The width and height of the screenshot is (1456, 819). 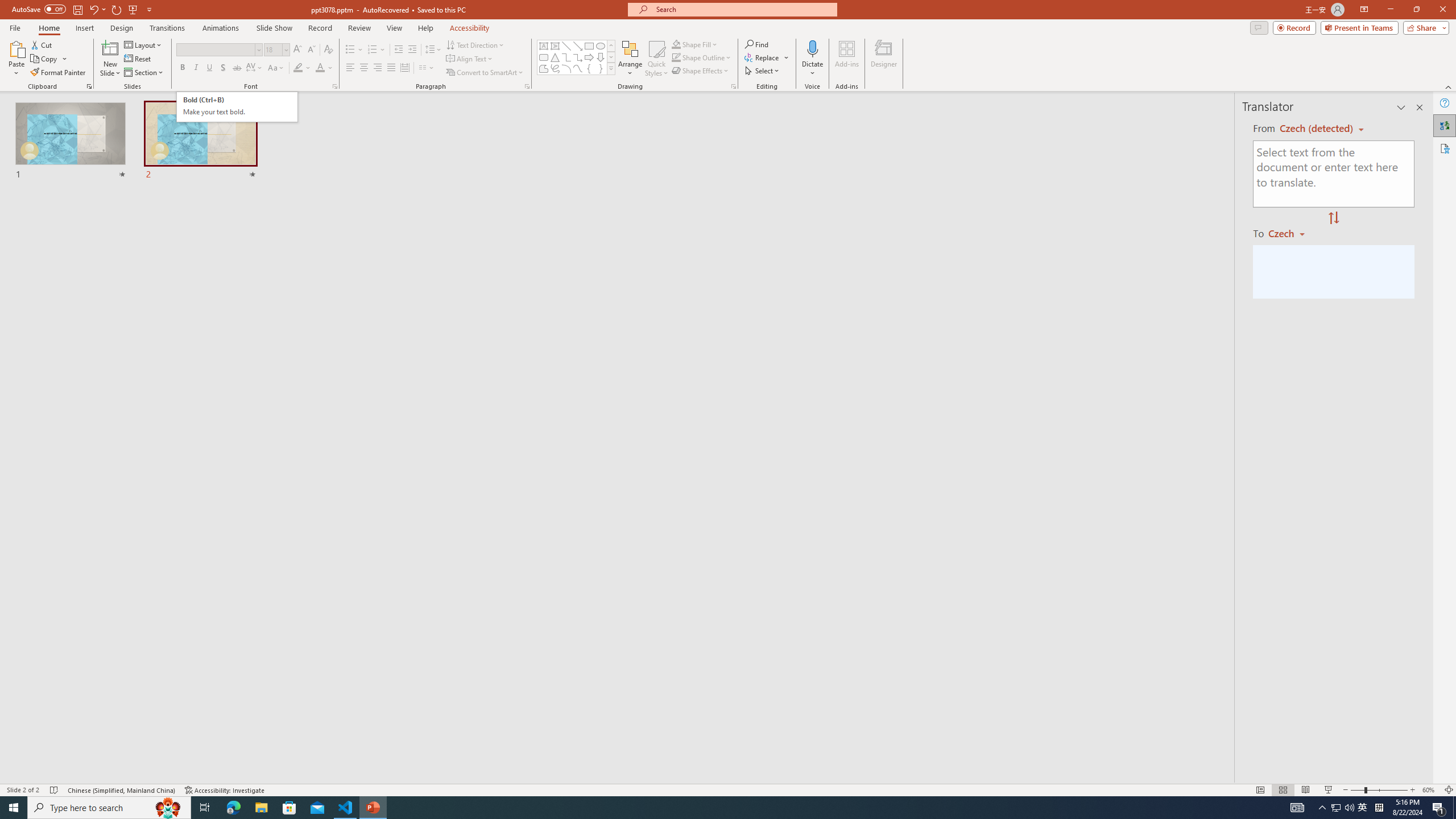 What do you see at coordinates (554, 45) in the screenshot?
I see `'Vertical Text Box'` at bounding box center [554, 45].